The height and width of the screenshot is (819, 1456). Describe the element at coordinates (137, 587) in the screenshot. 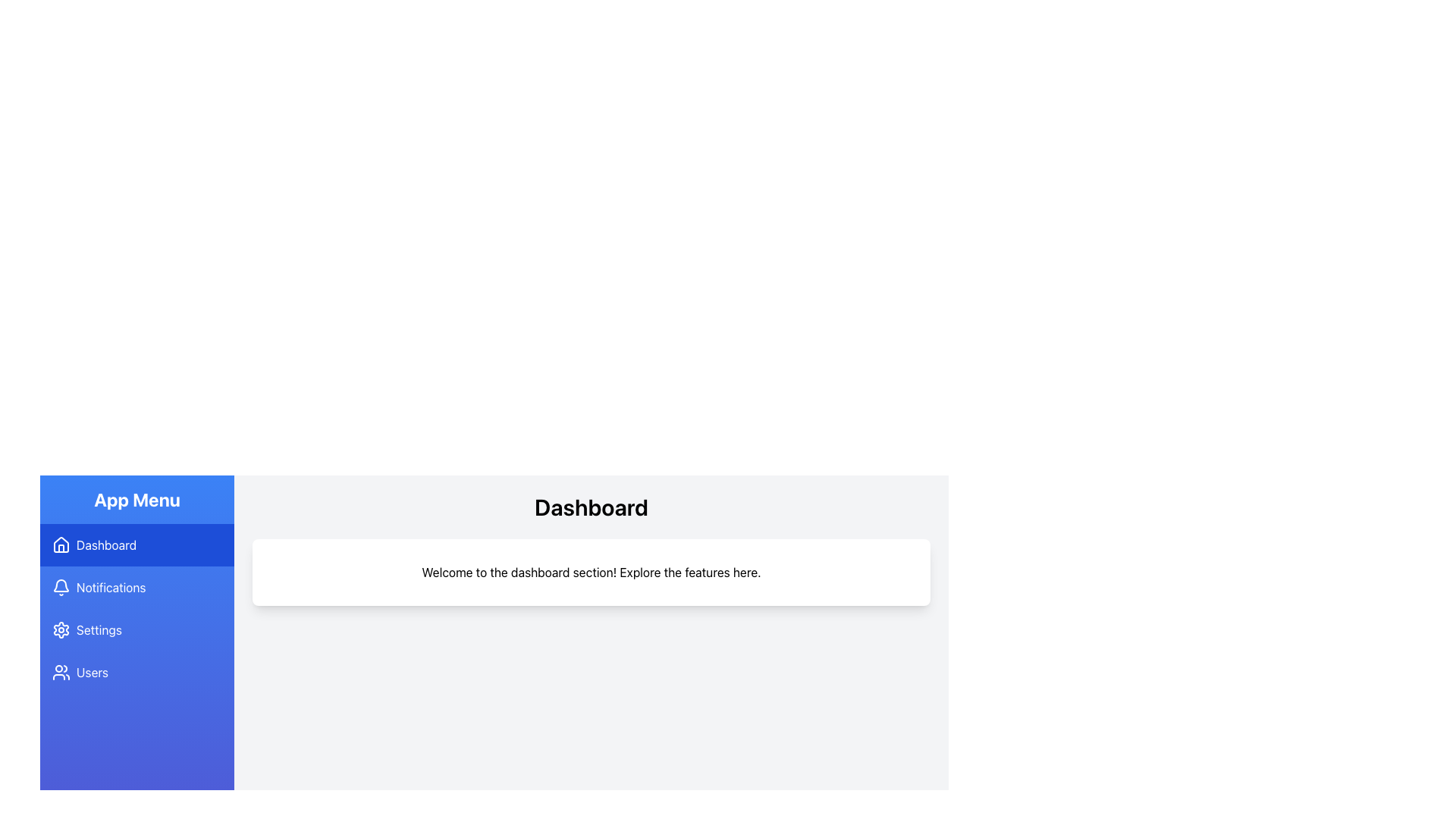

I see `the second button in the vertical list of menu items in the left sidebar` at that location.